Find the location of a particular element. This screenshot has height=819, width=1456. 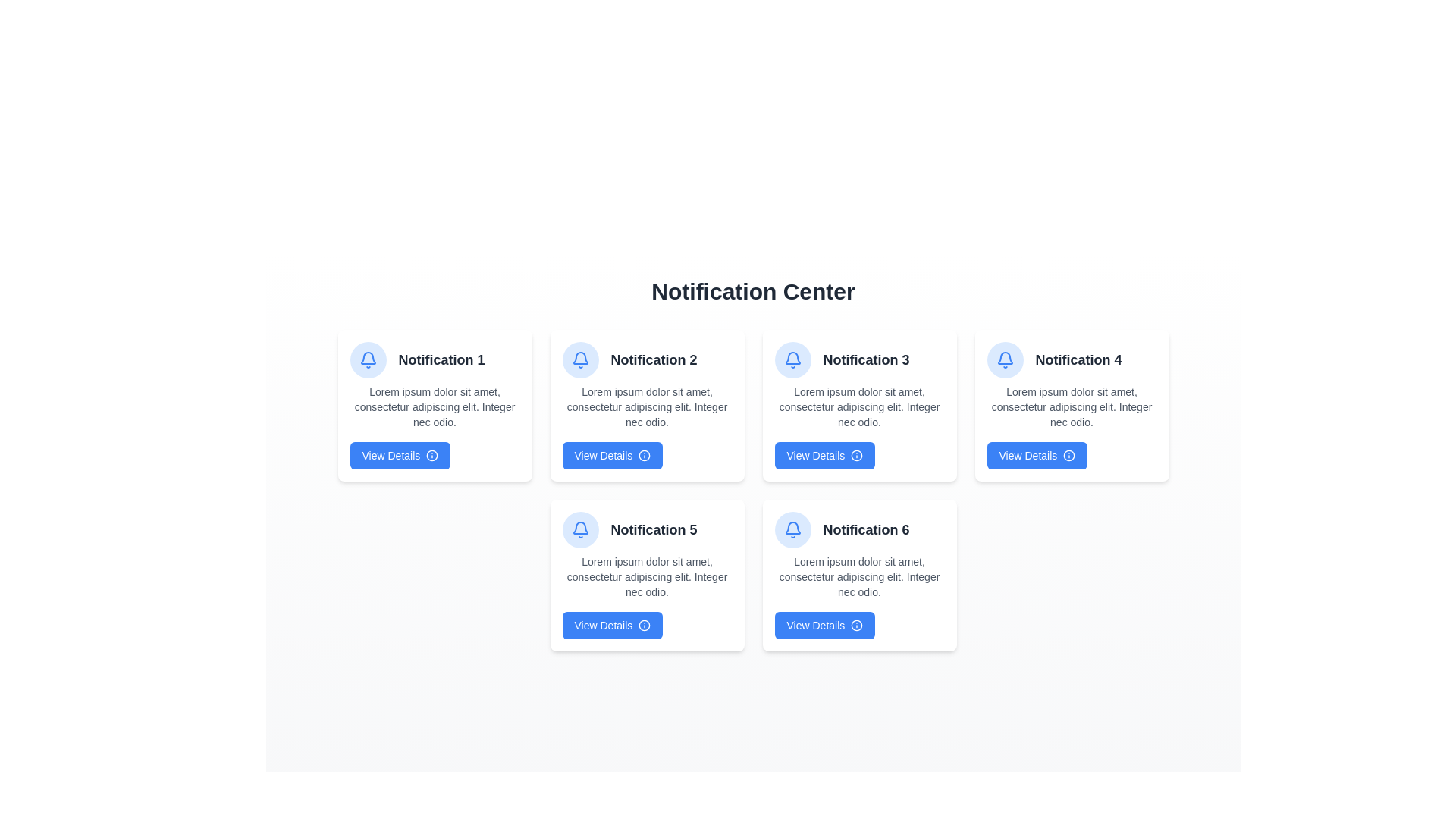

the icon located slightly to the right of the 'View Details' button associated with Notification 2 is located at coordinates (645, 455).